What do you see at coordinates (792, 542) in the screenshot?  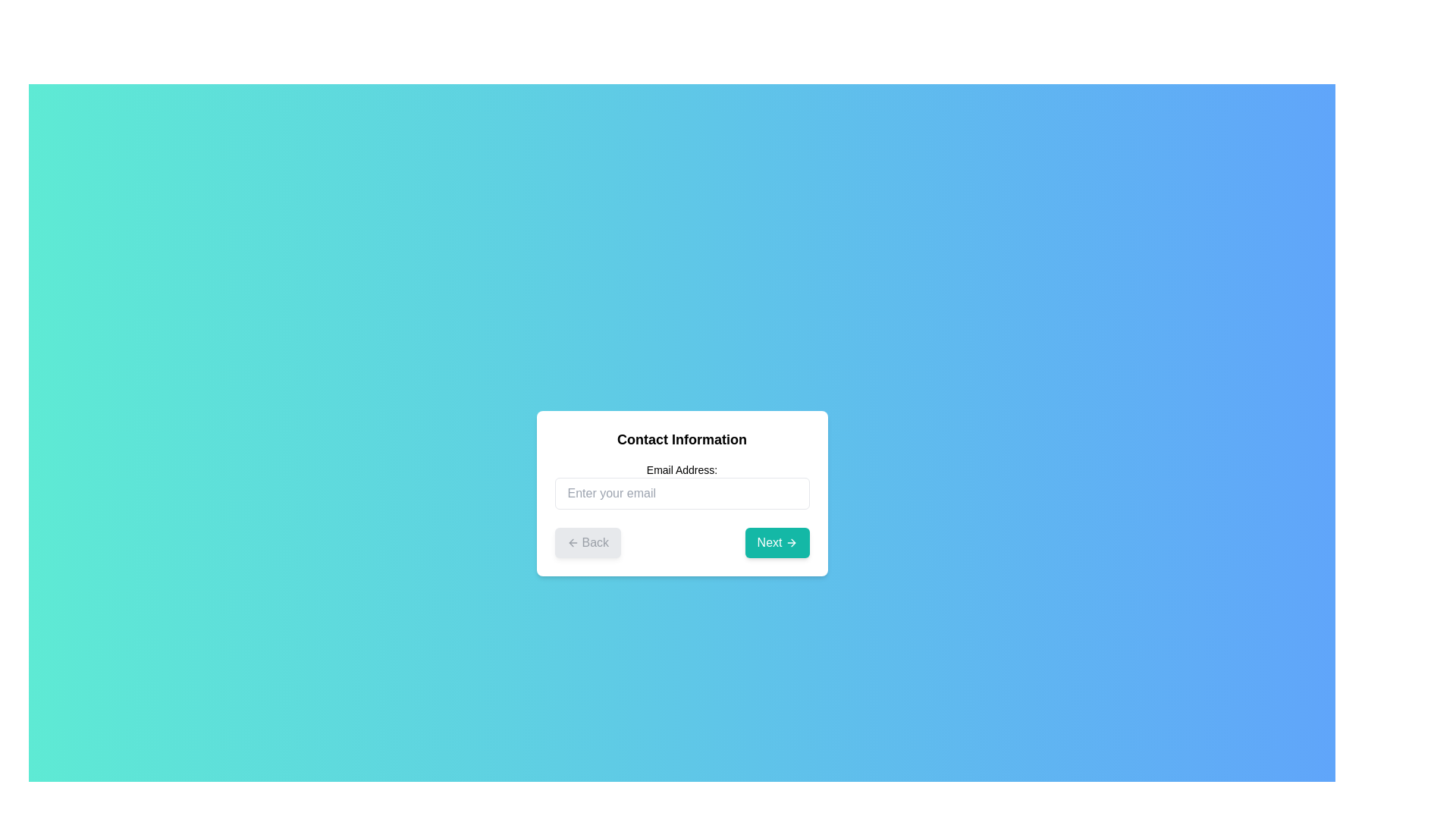 I see `the right-pointing arrow icon on the 'Next' button located in the lower-right corner of the centered panel` at bounding box center [792, 542].